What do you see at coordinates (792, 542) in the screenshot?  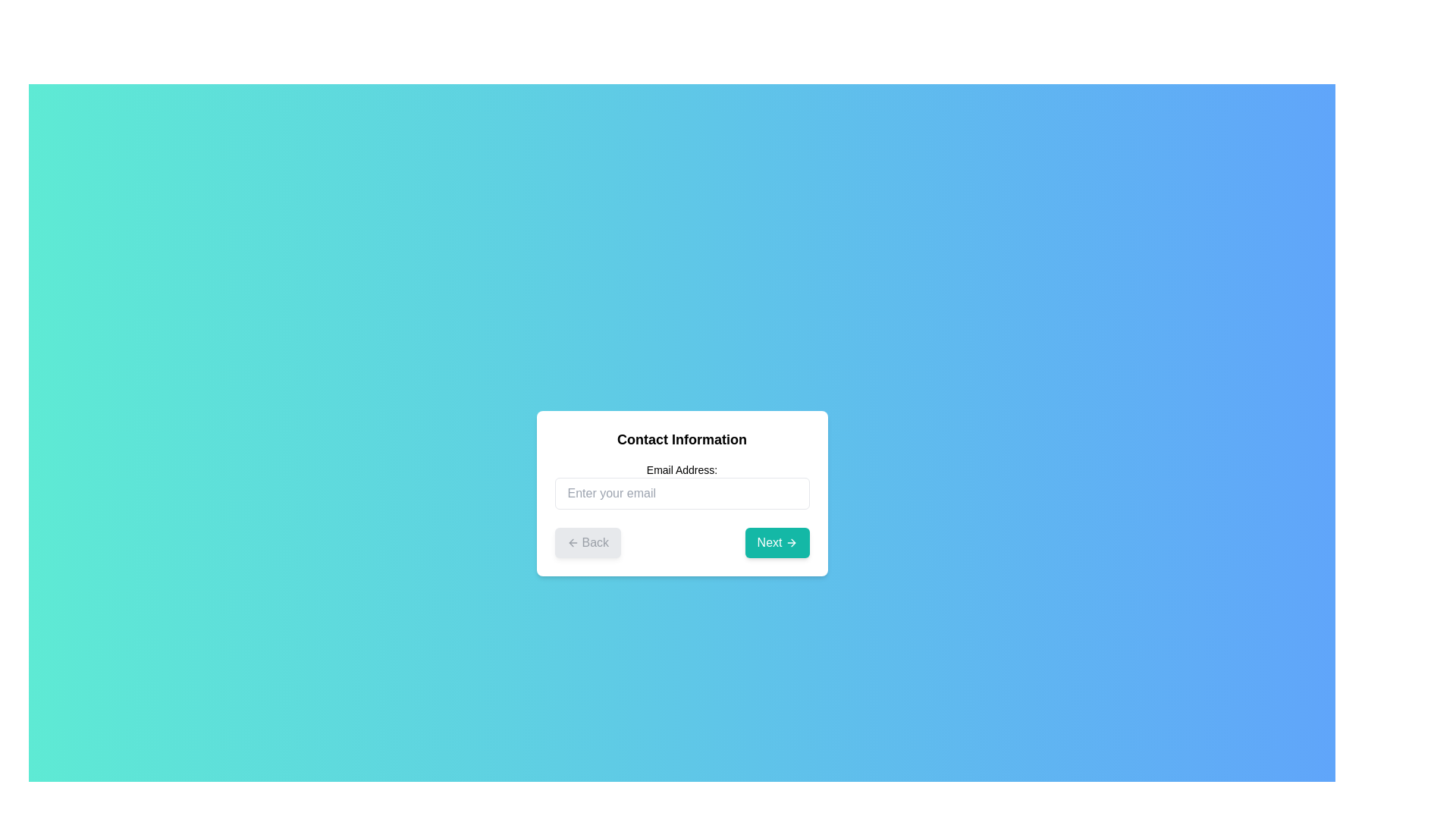 I see `the right-pointing arrow icon on the 'Next' button located in the lower-right corner of the centered panel` at bounding box center [792, 542].